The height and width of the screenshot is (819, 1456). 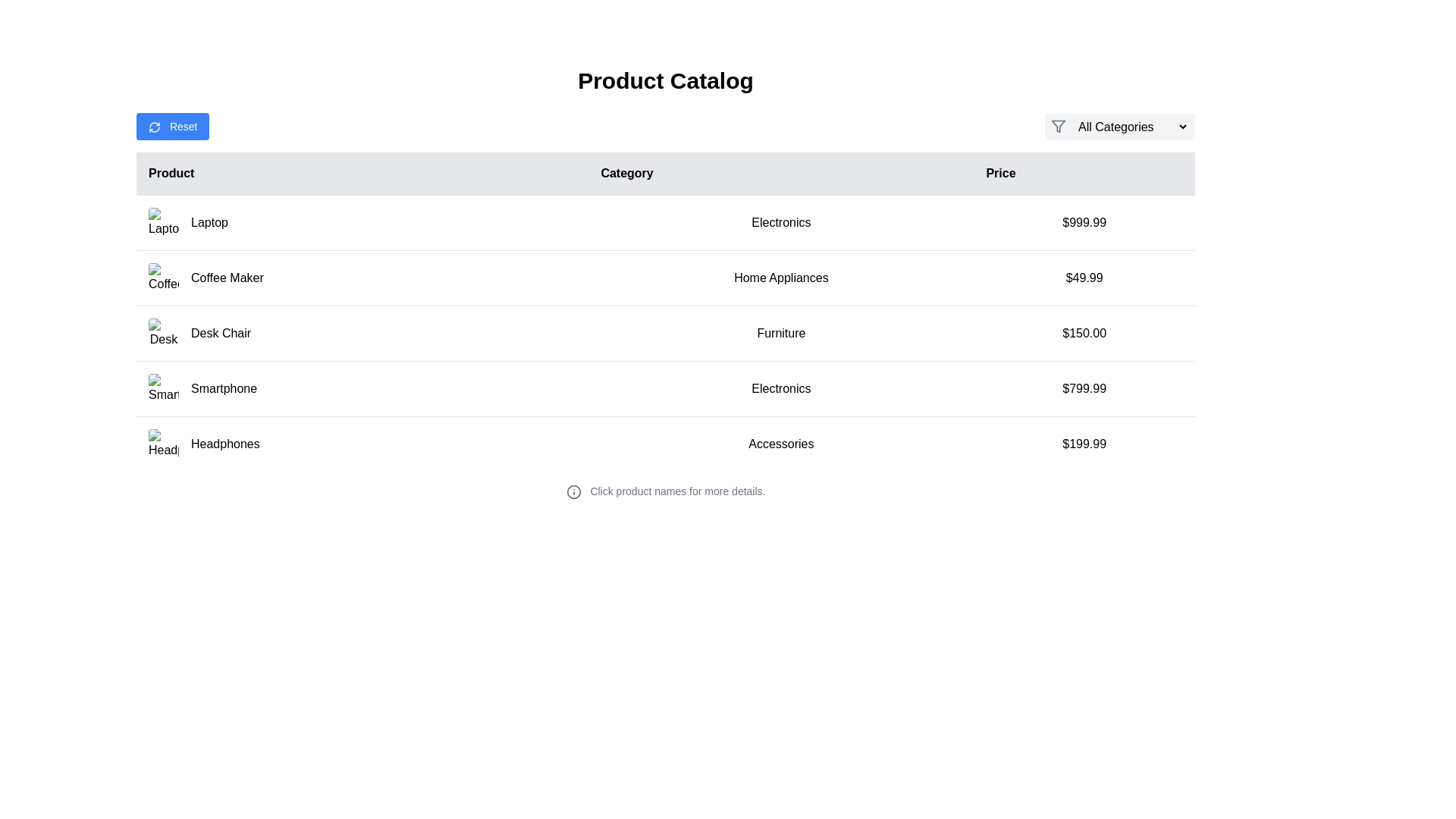 What do you see at coordinates (1058, 125) in the screenshot?
I see `the filter icon located to the left of the 'All Categories' dropdown in the upper right corner of the interface to trigger a tooltip or highlight effect` at bounding box center [1058, 125].